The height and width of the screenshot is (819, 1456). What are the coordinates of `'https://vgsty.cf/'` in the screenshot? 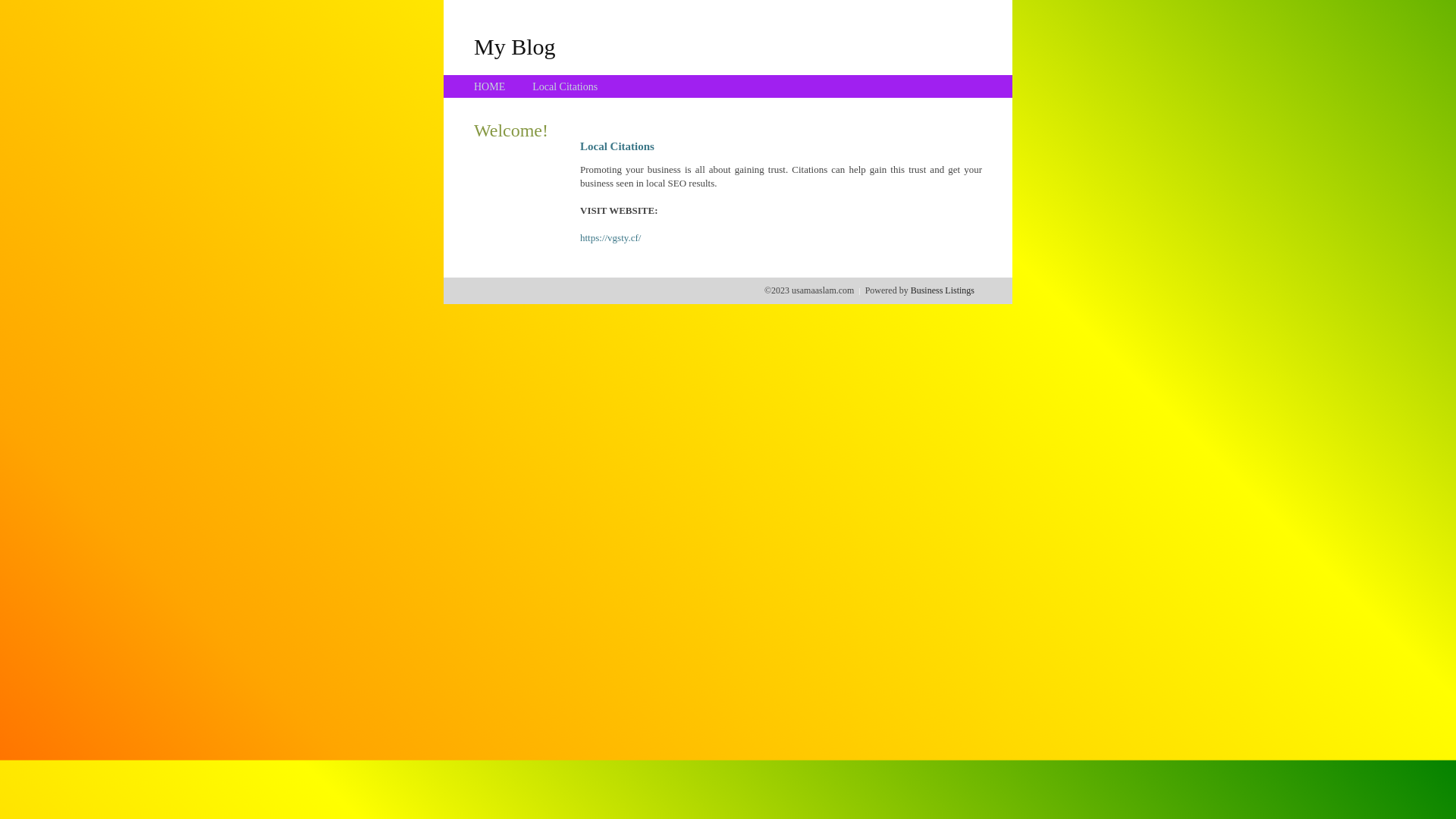 It's located at (610, 237).